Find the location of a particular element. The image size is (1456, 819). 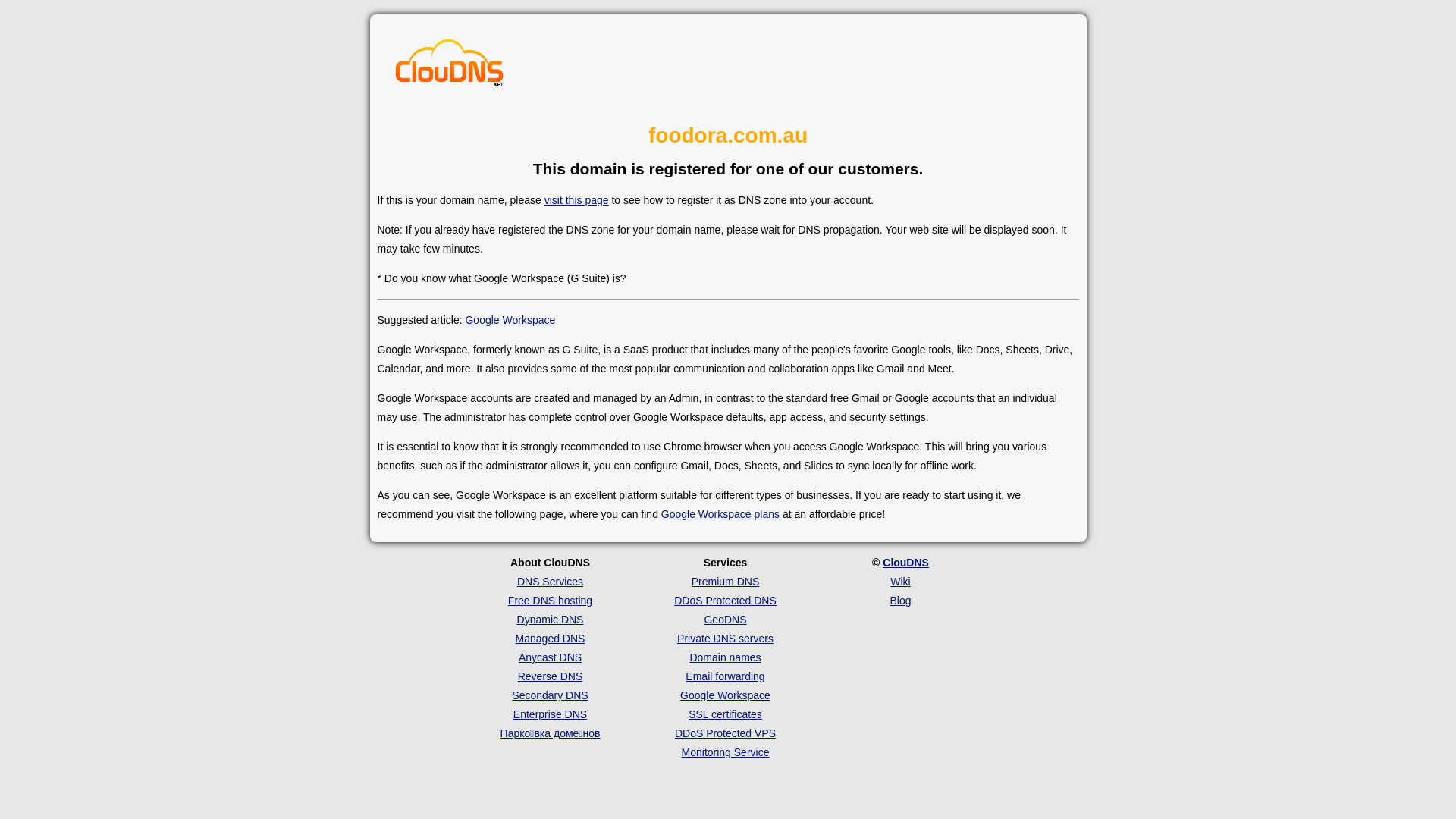

'Managed DNS' is located at coordinates (549, 638).